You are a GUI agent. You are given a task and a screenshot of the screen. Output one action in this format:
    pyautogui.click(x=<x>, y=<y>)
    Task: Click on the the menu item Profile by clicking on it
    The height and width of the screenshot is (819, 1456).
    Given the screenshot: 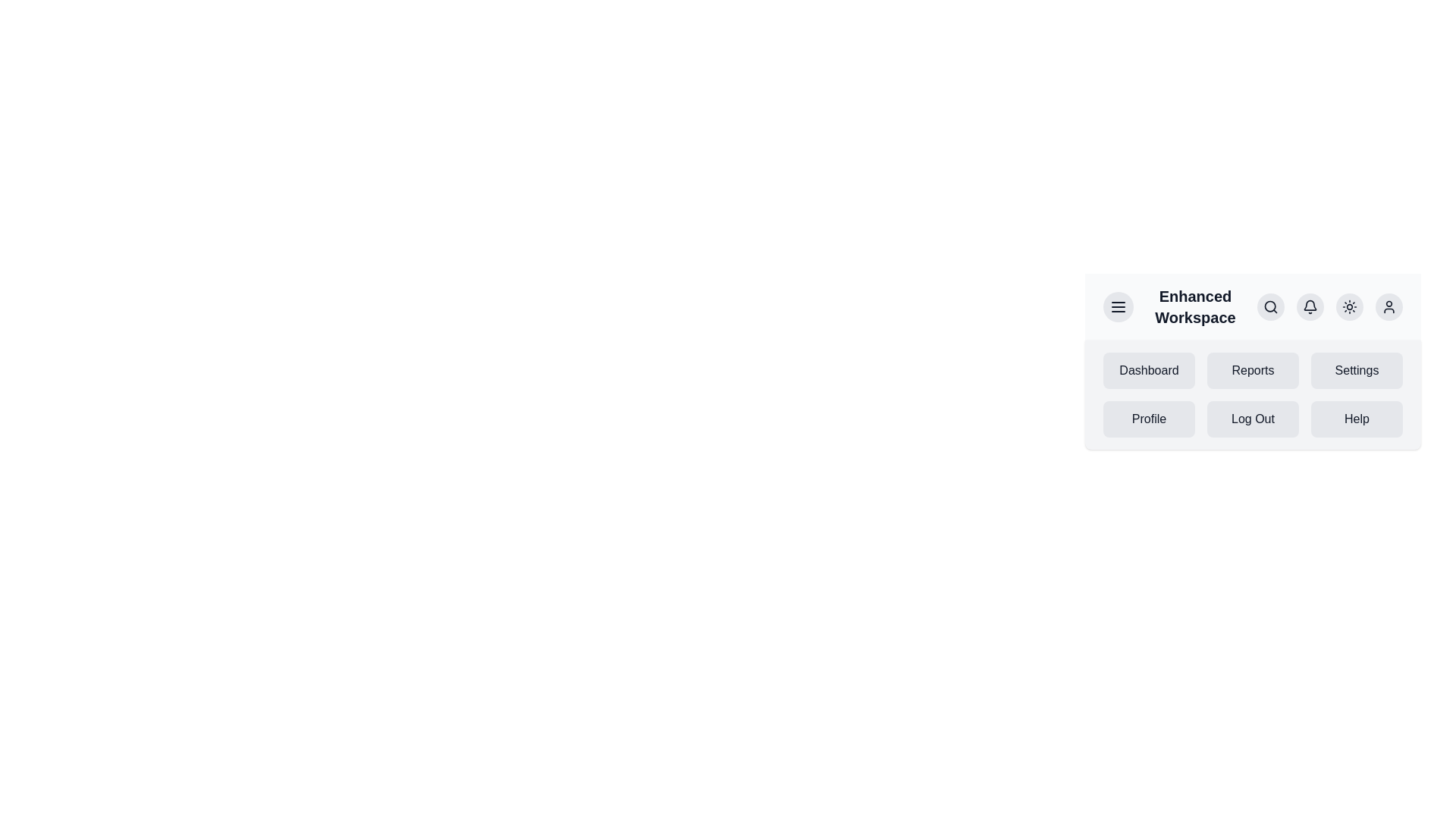 What is the action you would take?
    pyautogui.click(x=1149, y=419)
    